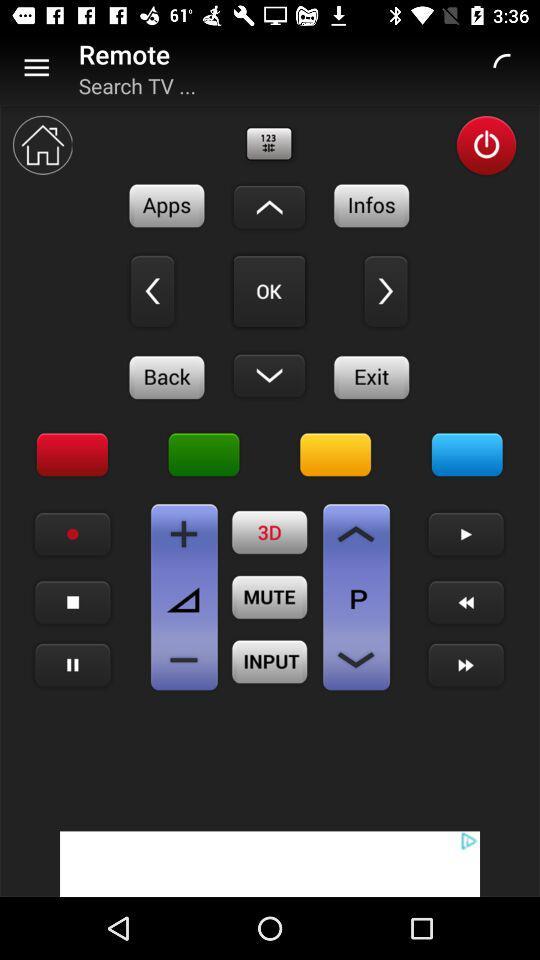  I want to click on click on advertisement, so click(270, 863).